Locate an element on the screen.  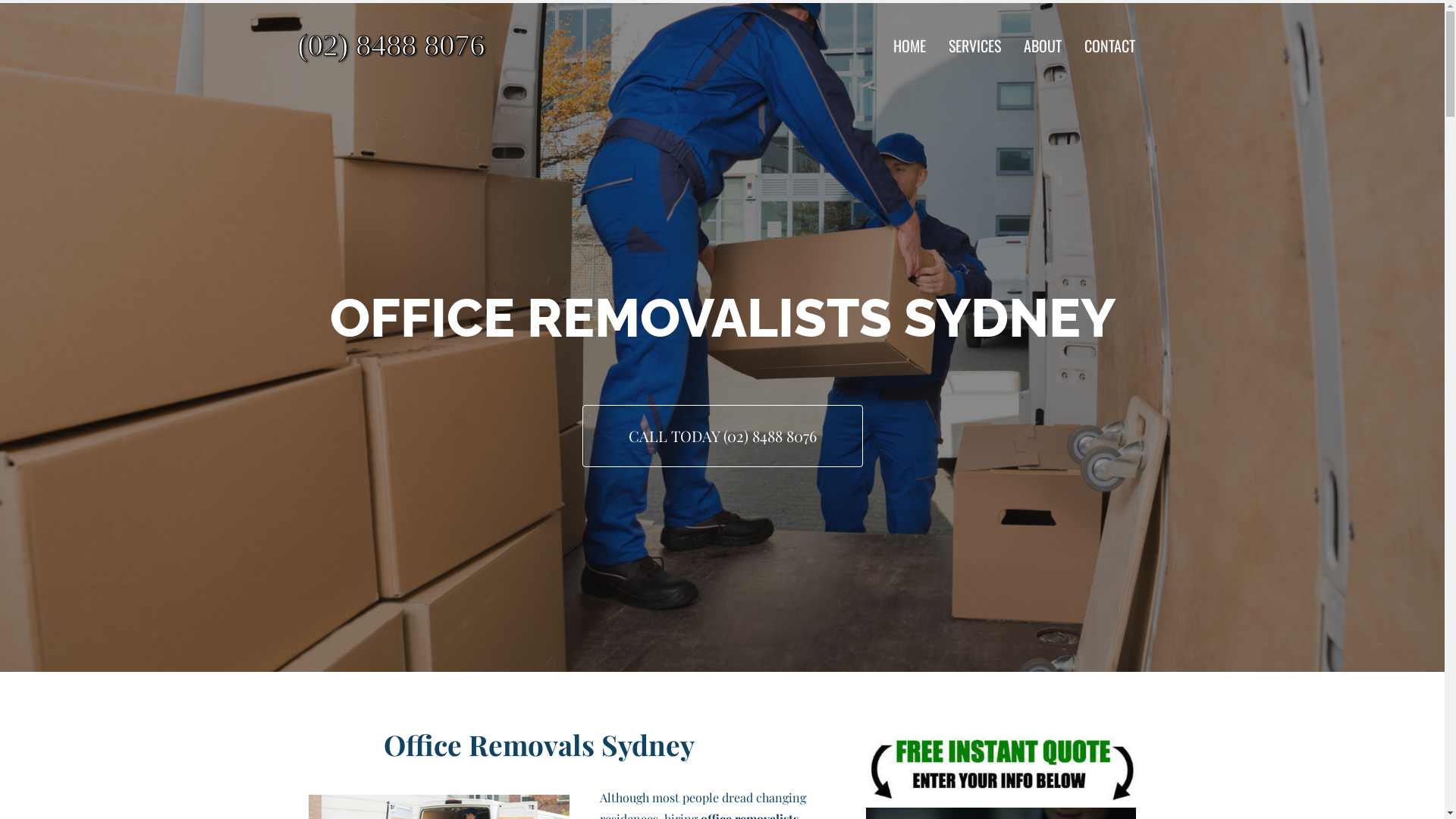
'SERVICES' is located at coordinates (974, 45).